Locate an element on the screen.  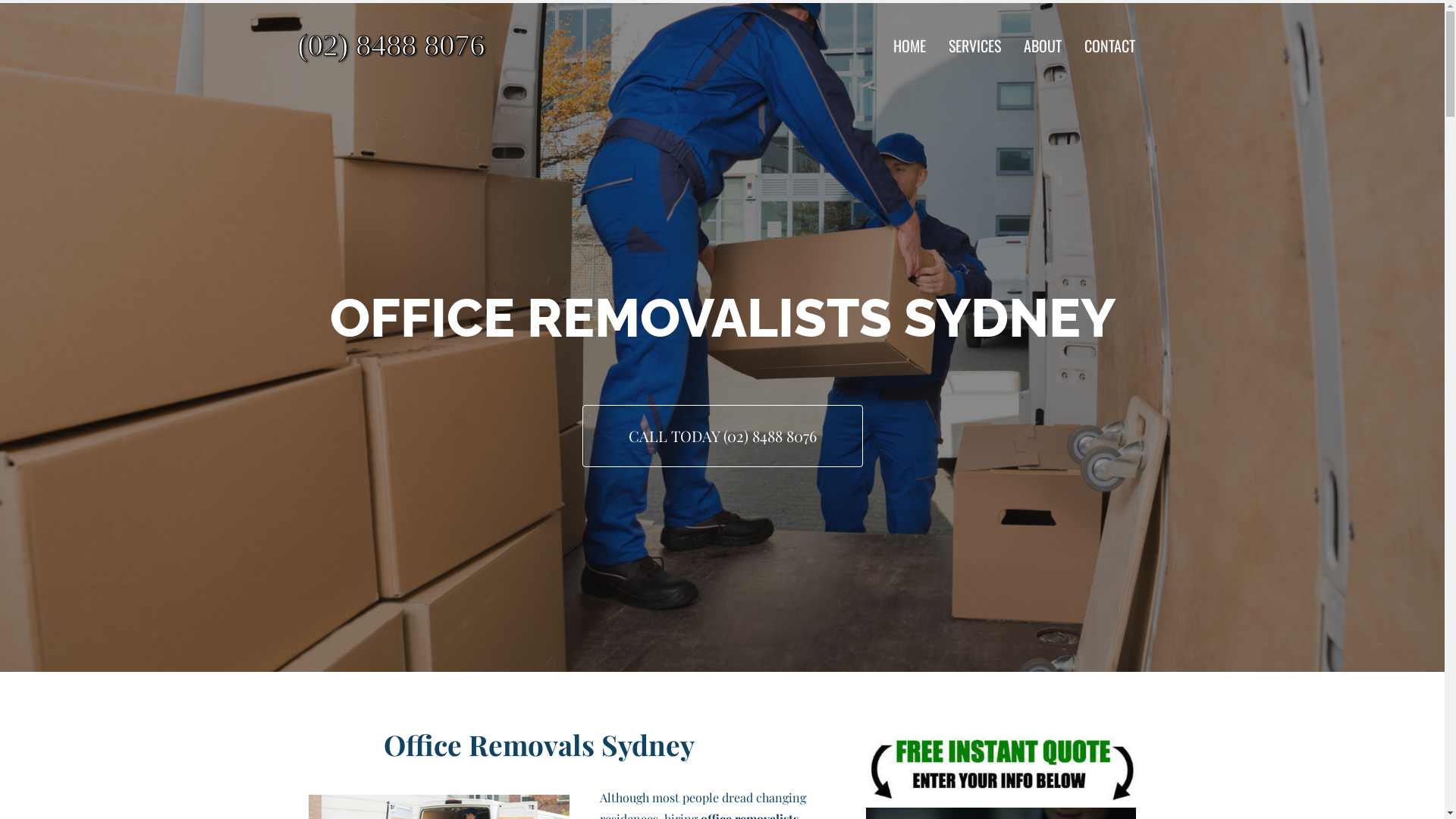
'SERVICES' is located at coordinates (974, 45).